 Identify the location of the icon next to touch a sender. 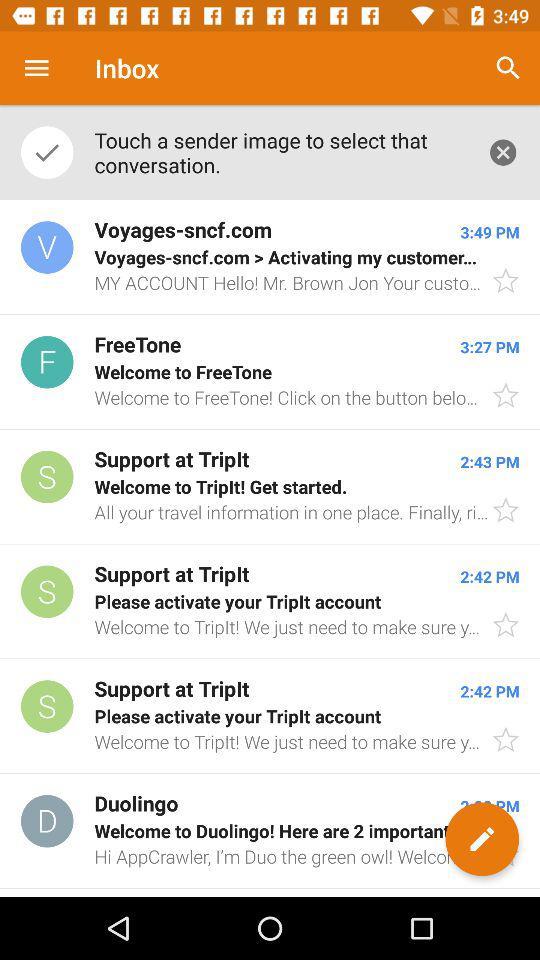
(508, 68).